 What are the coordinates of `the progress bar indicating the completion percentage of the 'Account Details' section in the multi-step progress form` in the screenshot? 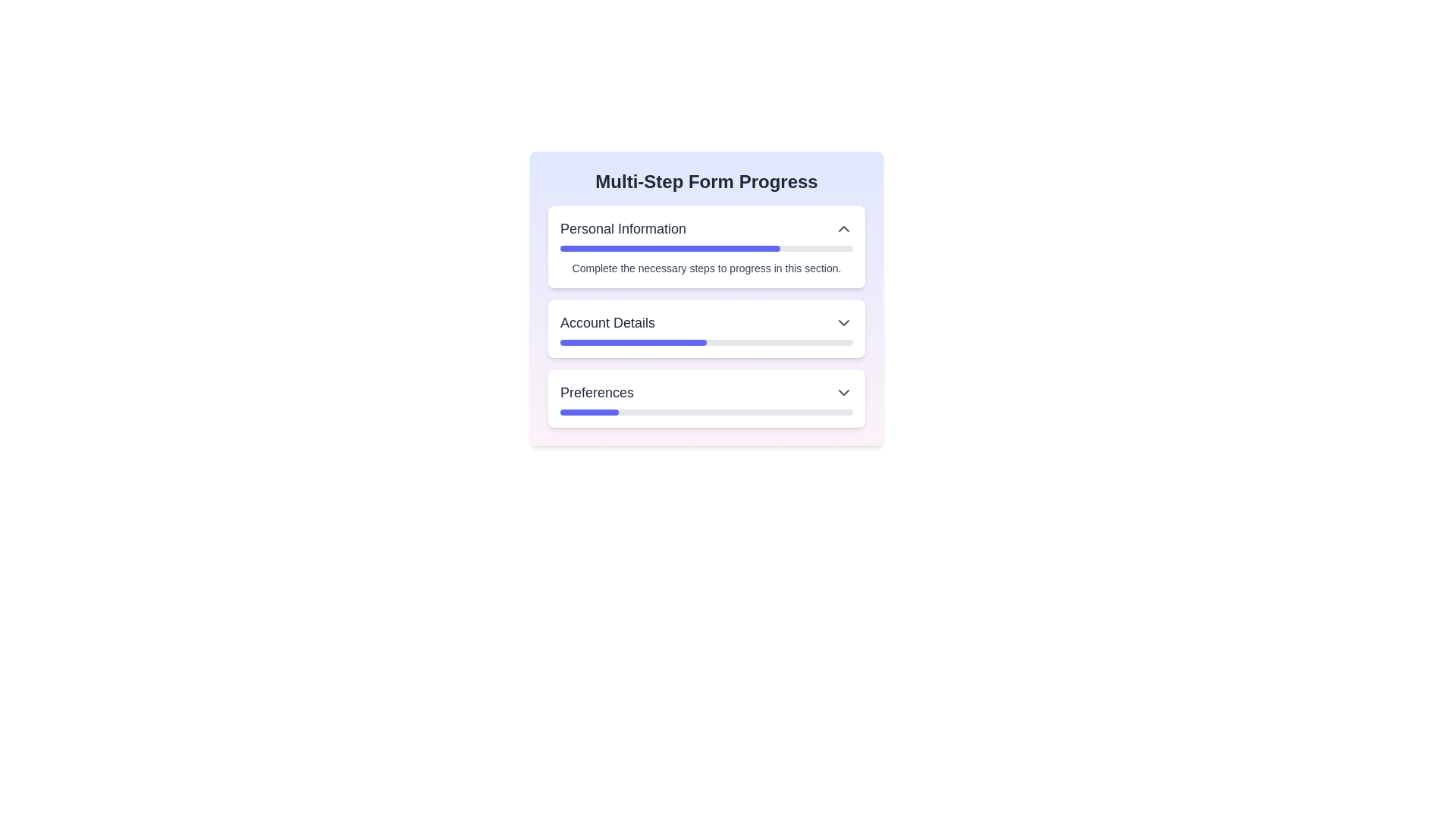 It's located at (633, 342).